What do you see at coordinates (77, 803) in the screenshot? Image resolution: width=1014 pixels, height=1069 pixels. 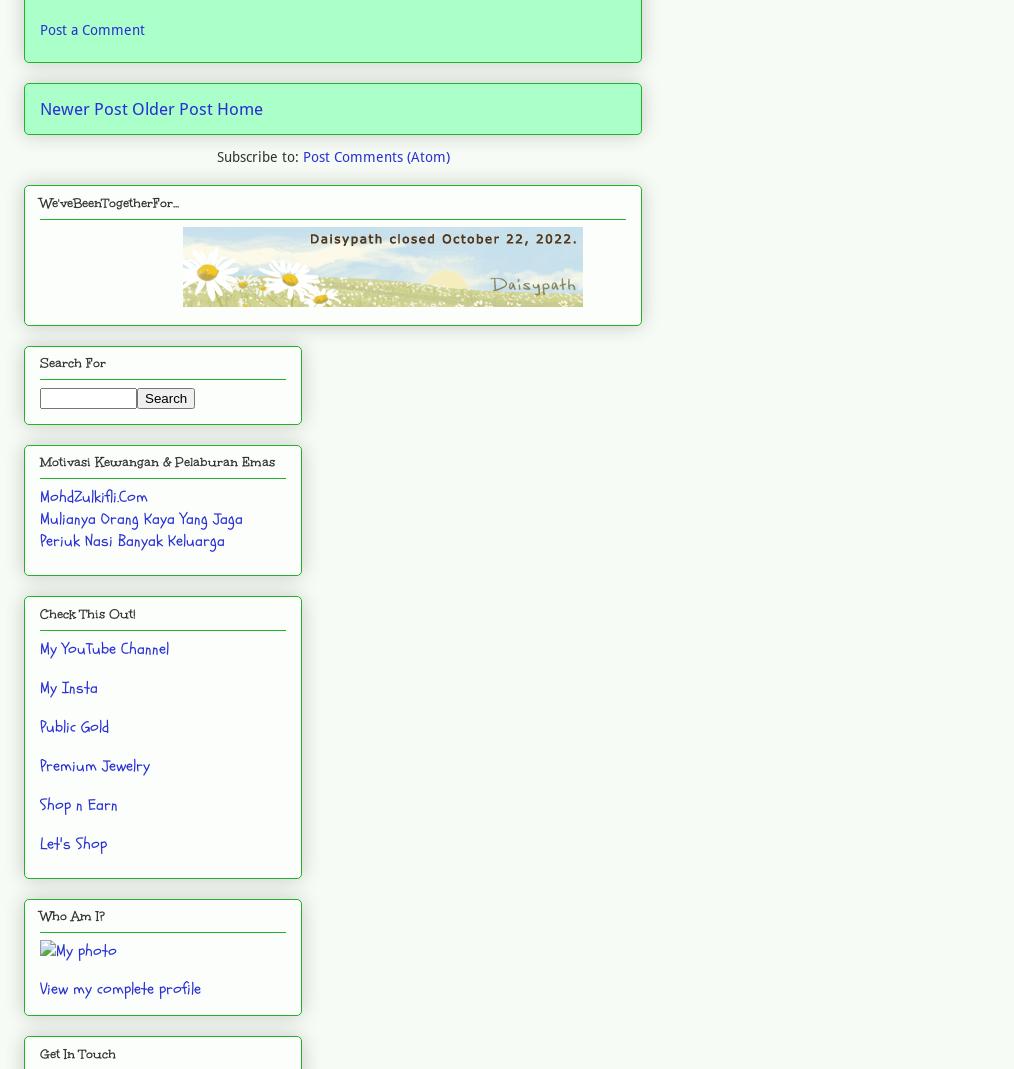 I see `'Shop n Earn'` at bounding box center [77, 803].